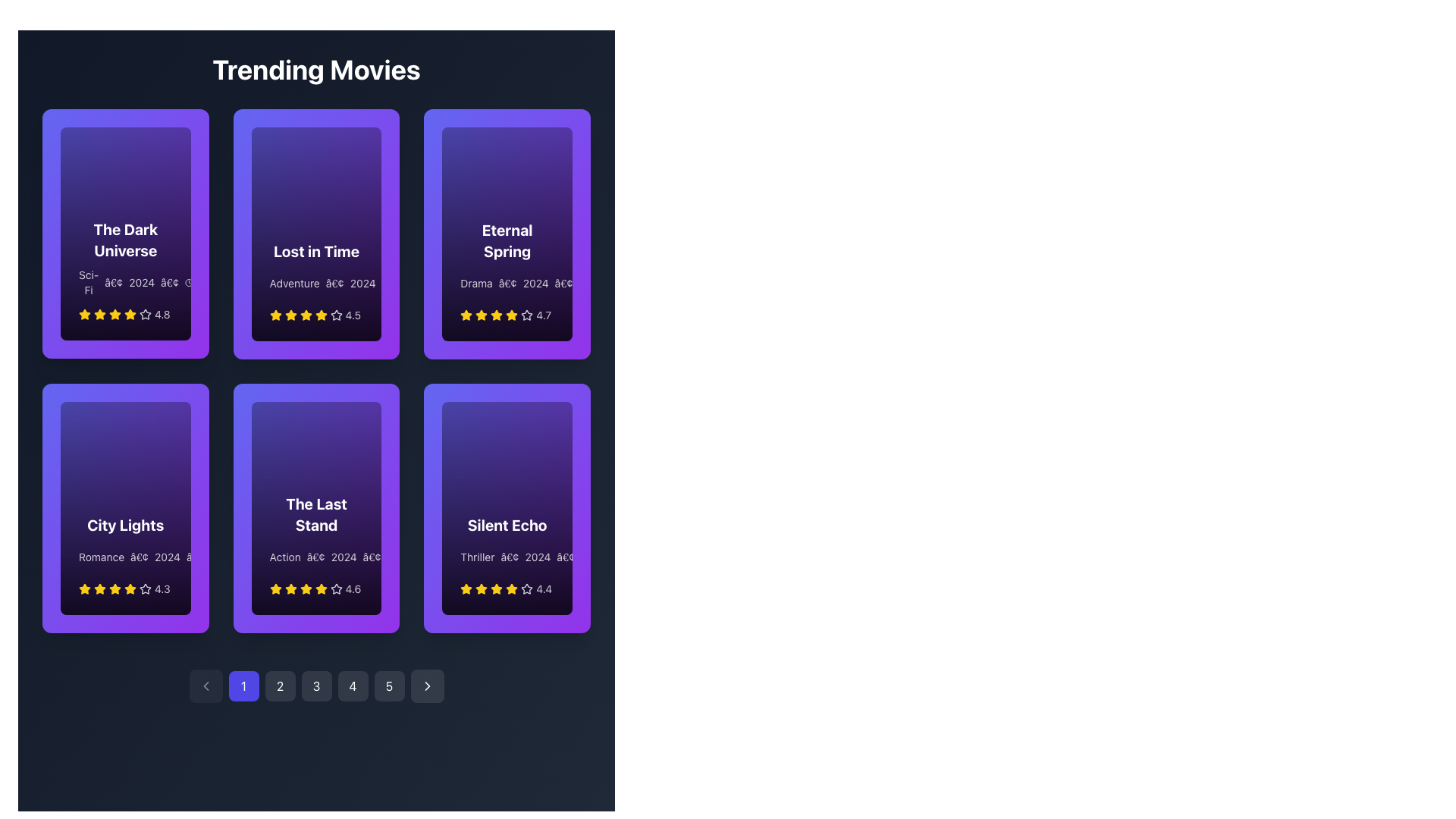 The width and height of the screenshot is (1456, 819). I want to click on the descriptive metadata text for the film 'City Lights', which includes the genre 'Romance', release year '2024', and runtime '1h 45m', located in the second row of the 'Trending Movies' grid, so click(125, 557).